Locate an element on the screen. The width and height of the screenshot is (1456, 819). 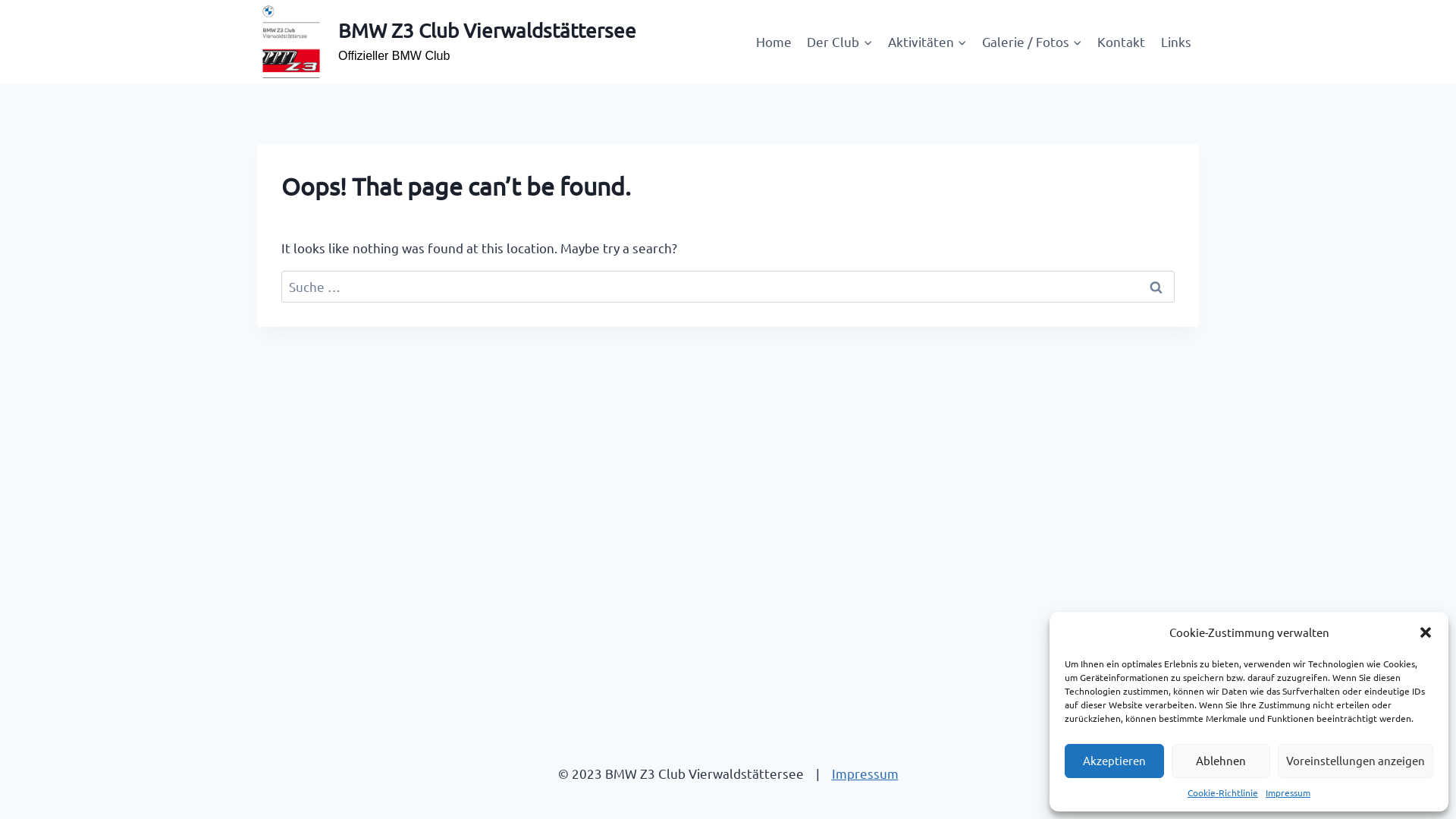
'Suche' is located at coordinates (1154, 287).